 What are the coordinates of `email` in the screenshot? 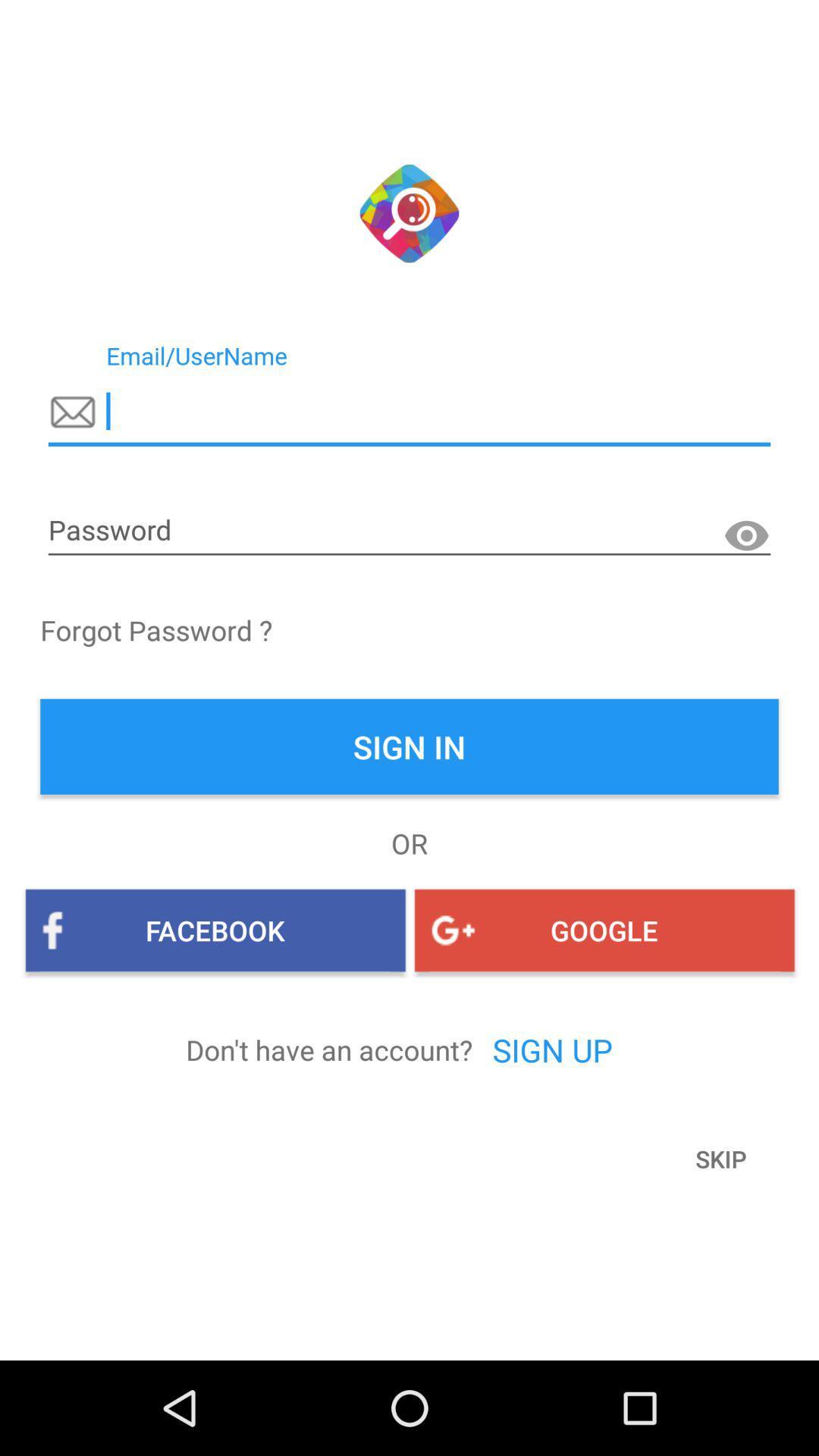 It's located at (409, 412).